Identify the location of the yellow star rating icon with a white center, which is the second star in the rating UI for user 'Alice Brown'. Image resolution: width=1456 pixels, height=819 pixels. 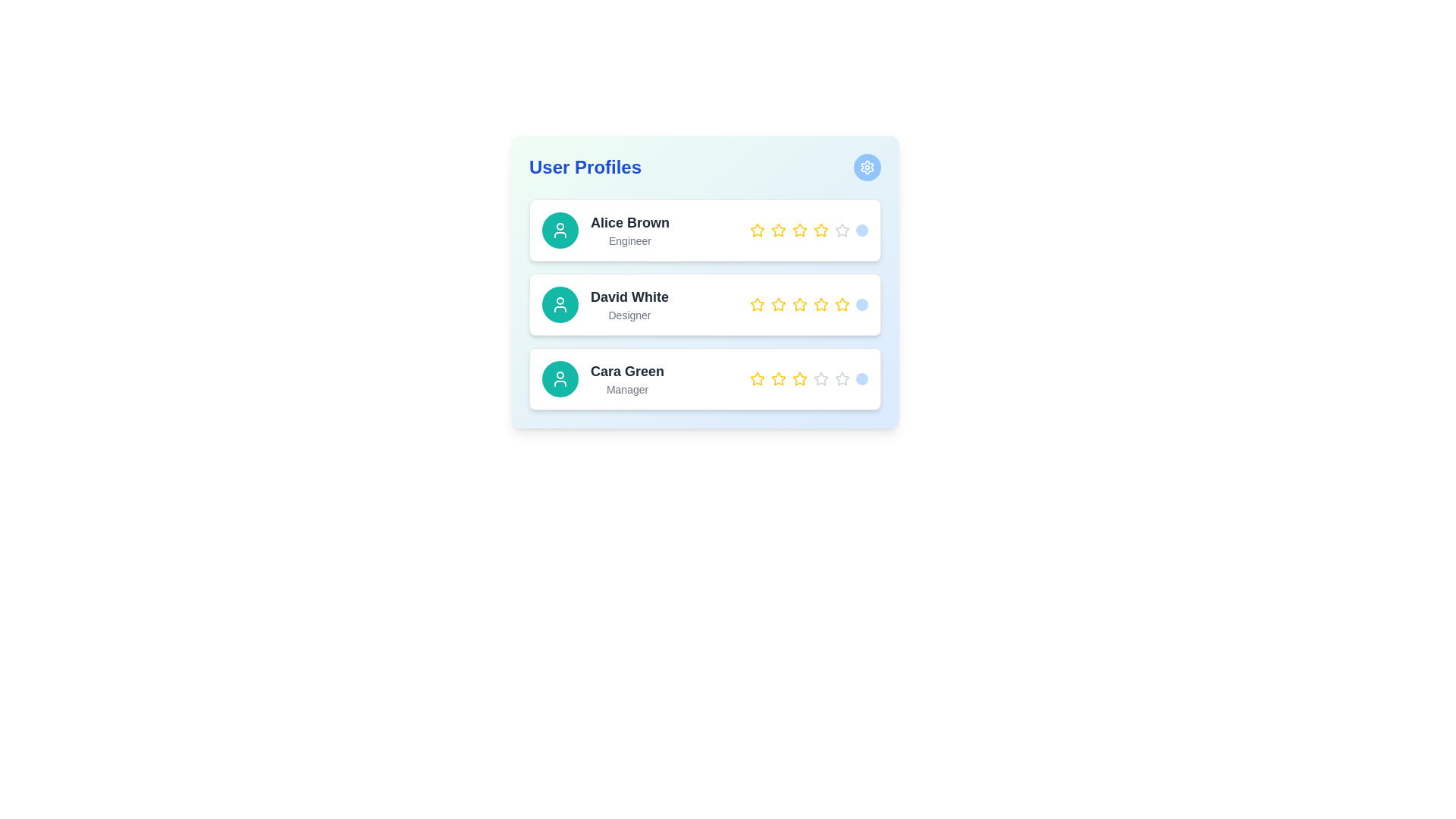
(779, 230).